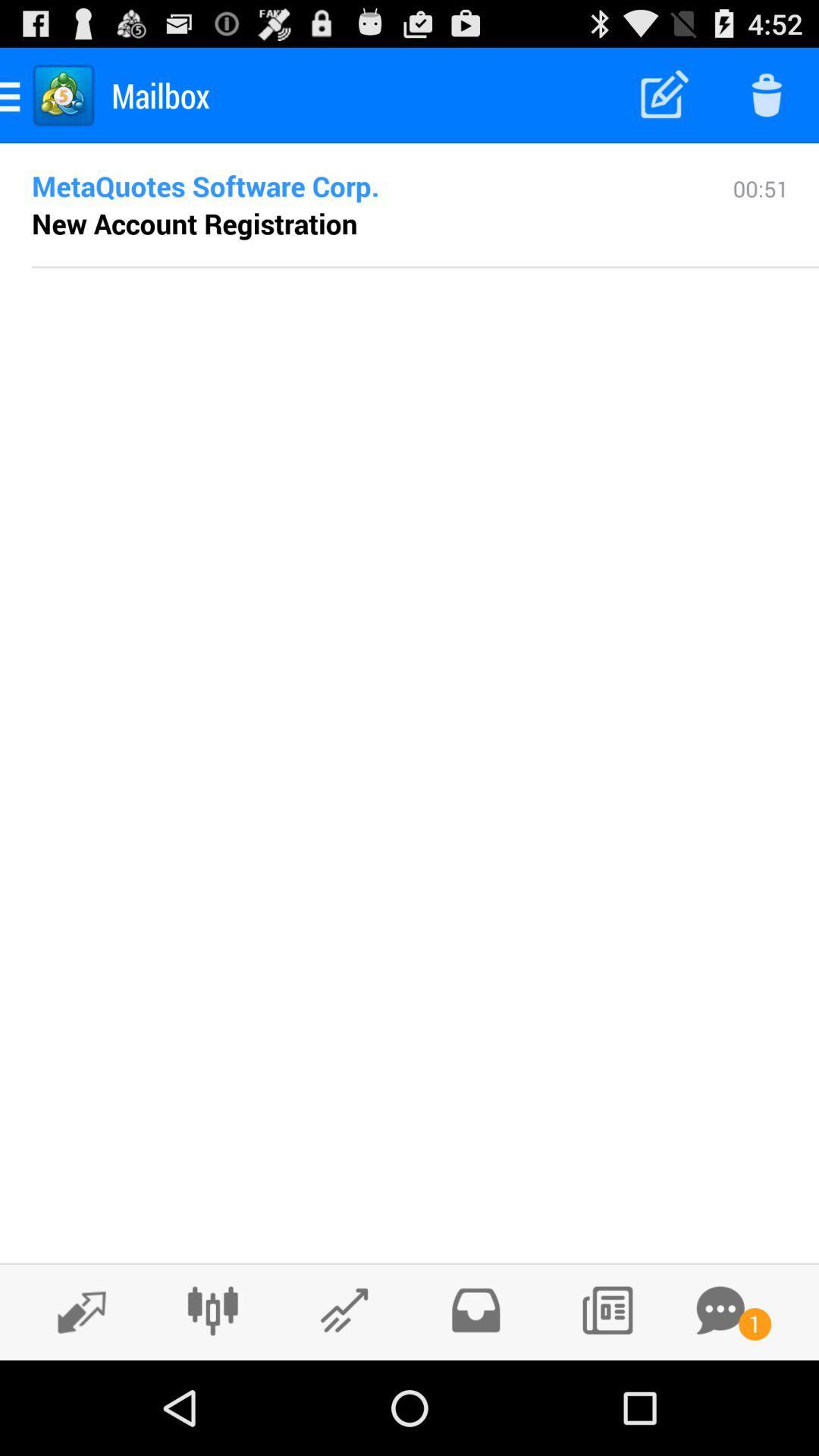  What do you see at coordinates (344, 1310) in the screenshot?
I see `attach your file option` at bounding box center [344, 1310].